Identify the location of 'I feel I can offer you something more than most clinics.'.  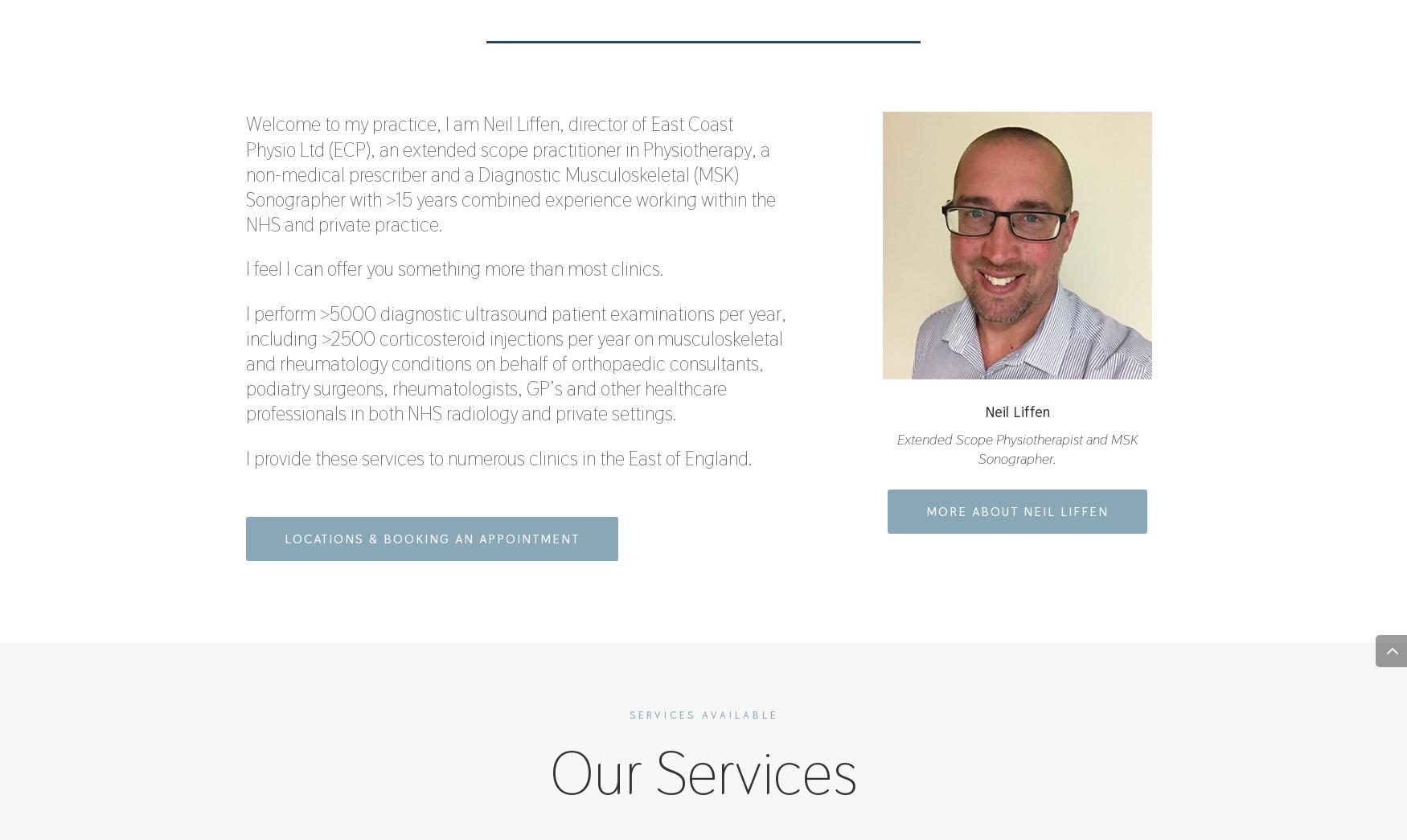
(454, 268).